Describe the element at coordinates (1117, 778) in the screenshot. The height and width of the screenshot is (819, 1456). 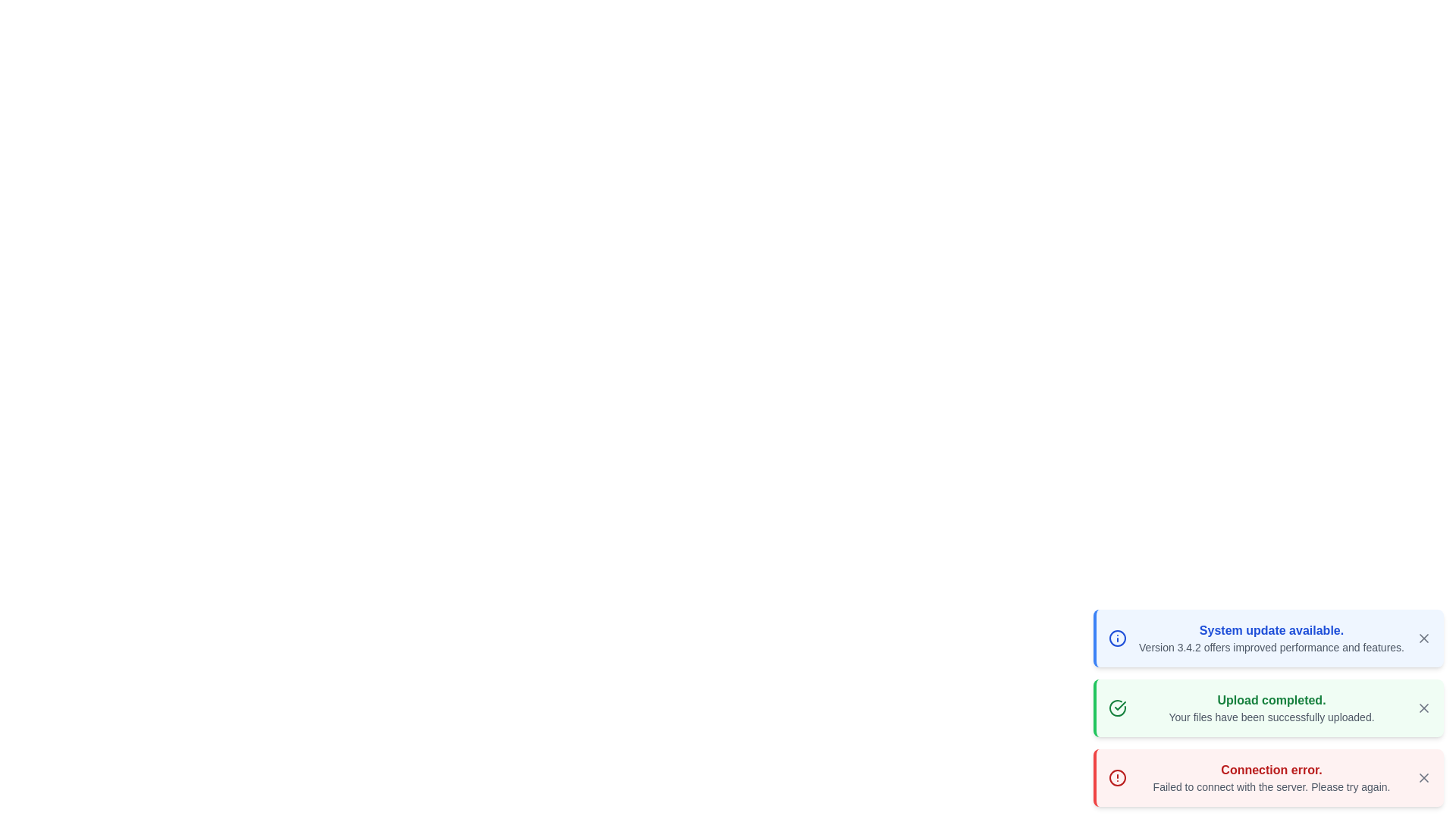
I see `the icon representing the message type error` at that location.